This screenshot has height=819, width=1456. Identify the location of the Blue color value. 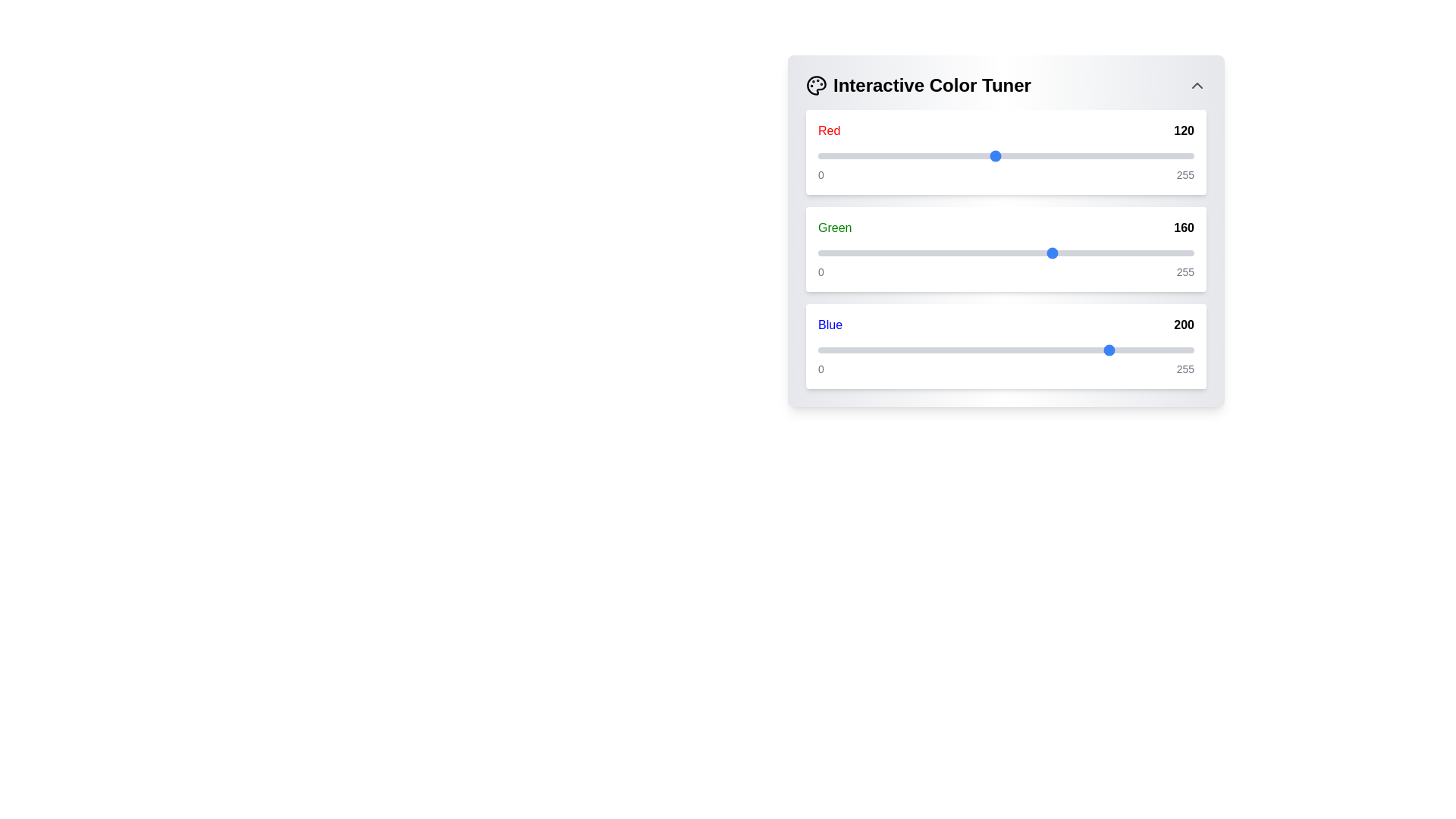
(1060, 350).